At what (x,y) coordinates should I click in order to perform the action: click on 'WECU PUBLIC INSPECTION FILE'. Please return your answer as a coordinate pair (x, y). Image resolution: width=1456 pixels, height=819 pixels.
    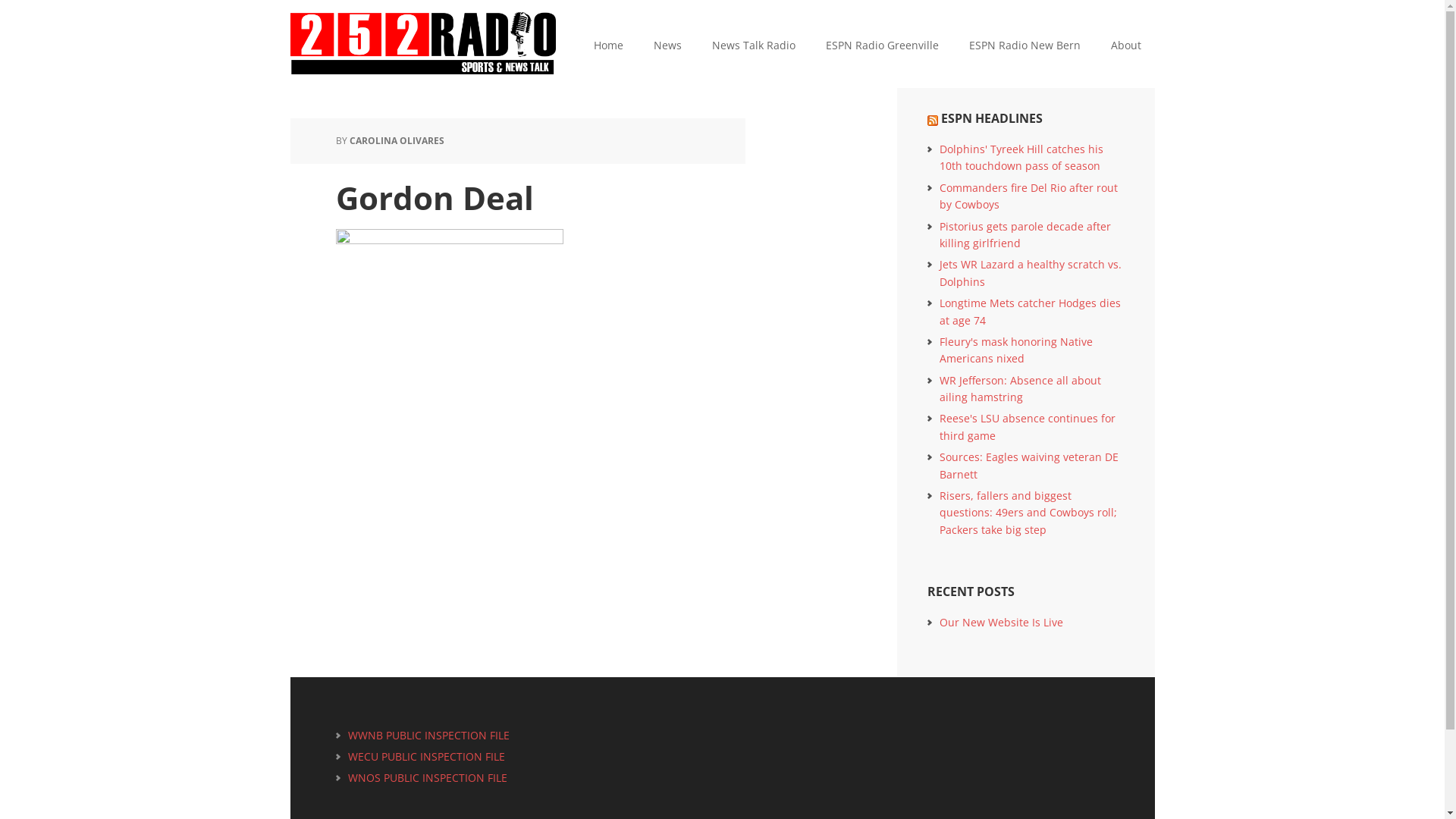
    Looking at the image, I should click on (425, 756).